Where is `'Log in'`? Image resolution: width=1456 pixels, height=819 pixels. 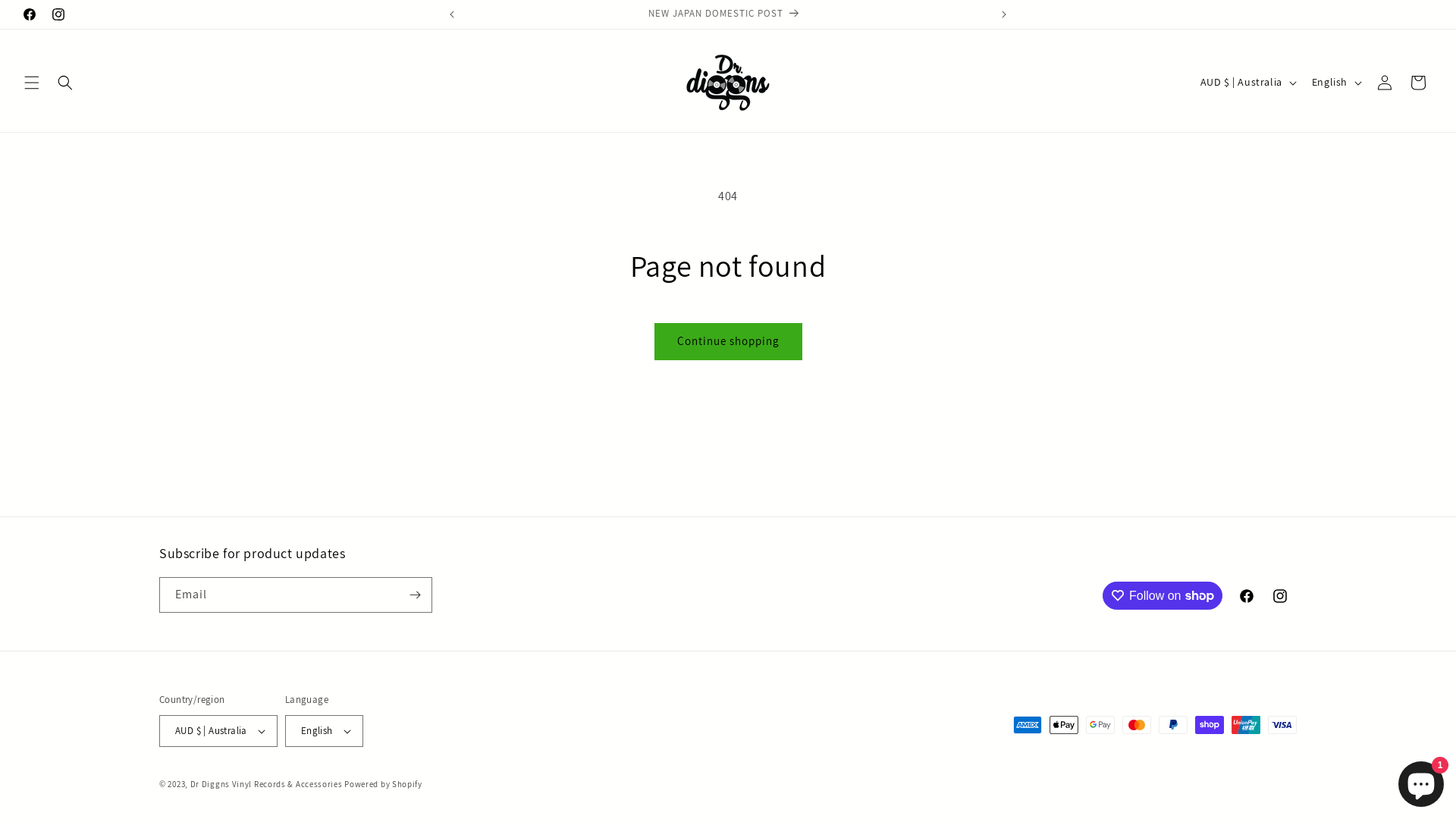
'Log in' is located at coordinates (1384, 82).